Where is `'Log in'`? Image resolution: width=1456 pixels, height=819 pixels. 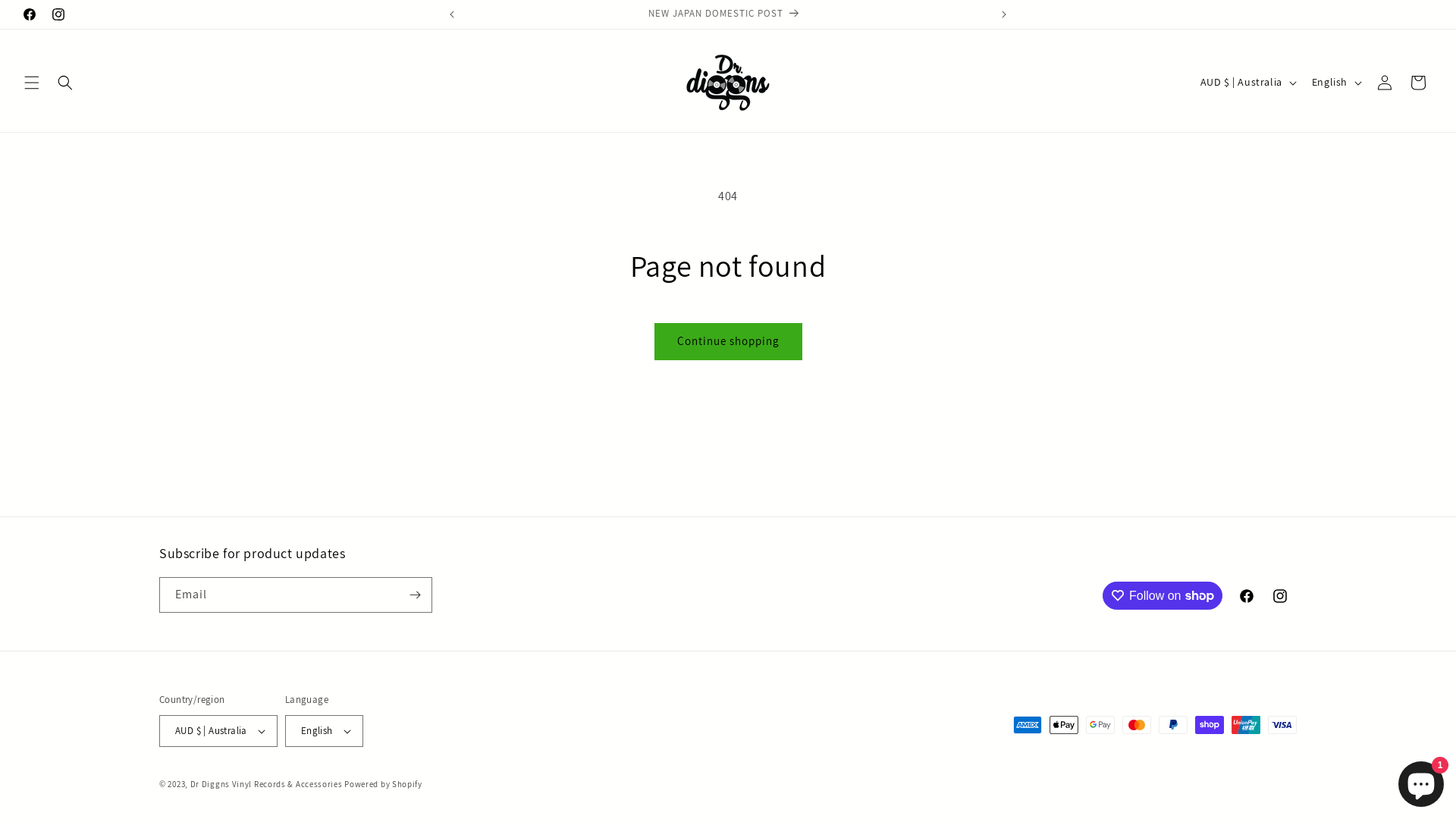
'Log in' is located at coordinates (1384, 82).